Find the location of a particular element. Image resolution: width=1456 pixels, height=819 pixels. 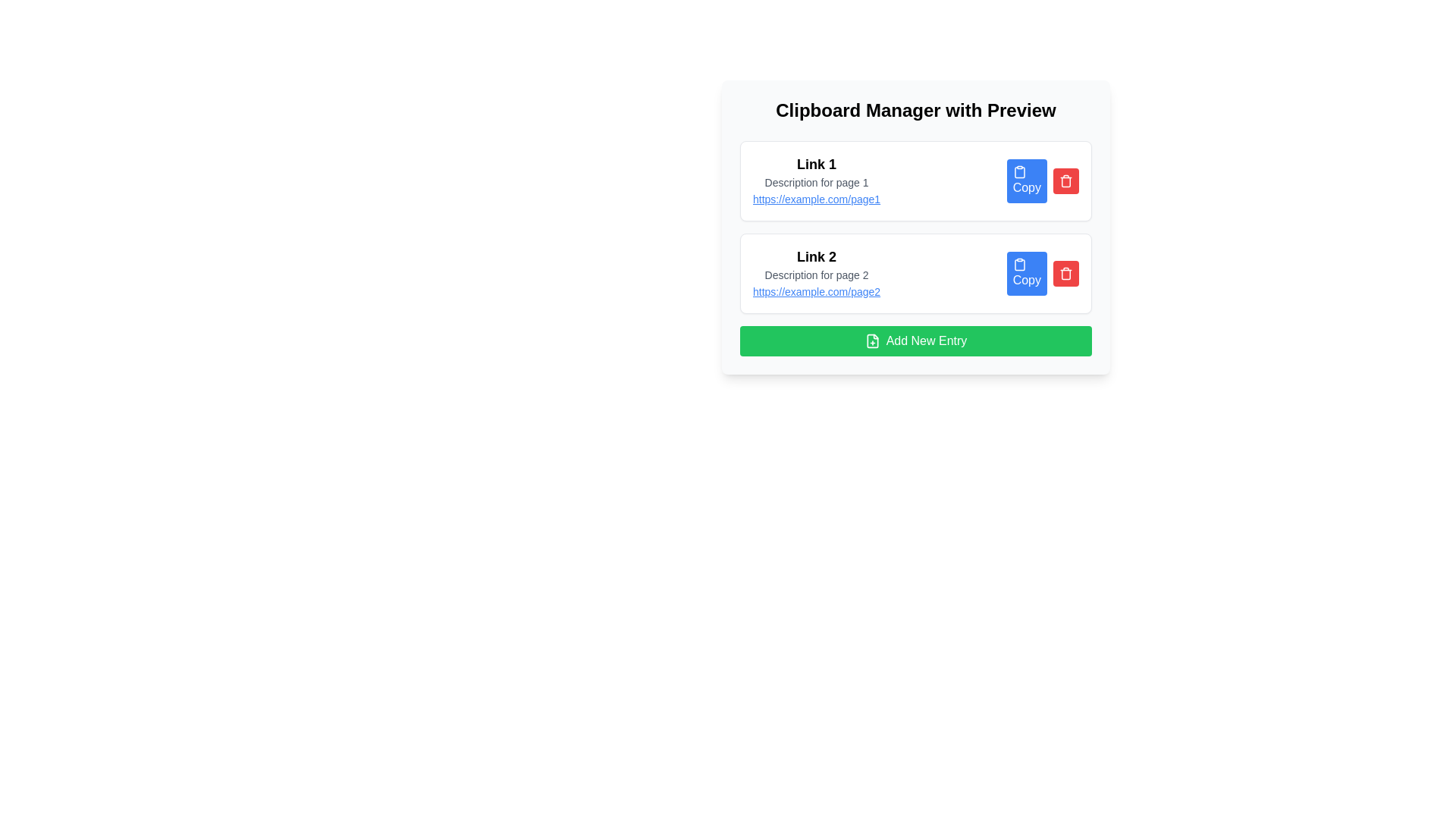

the 'Copy' button with a clipboard icon, which has a blue background and white text, located to the right of the 'Link 2' entry is located at coordinates (1027, 274).